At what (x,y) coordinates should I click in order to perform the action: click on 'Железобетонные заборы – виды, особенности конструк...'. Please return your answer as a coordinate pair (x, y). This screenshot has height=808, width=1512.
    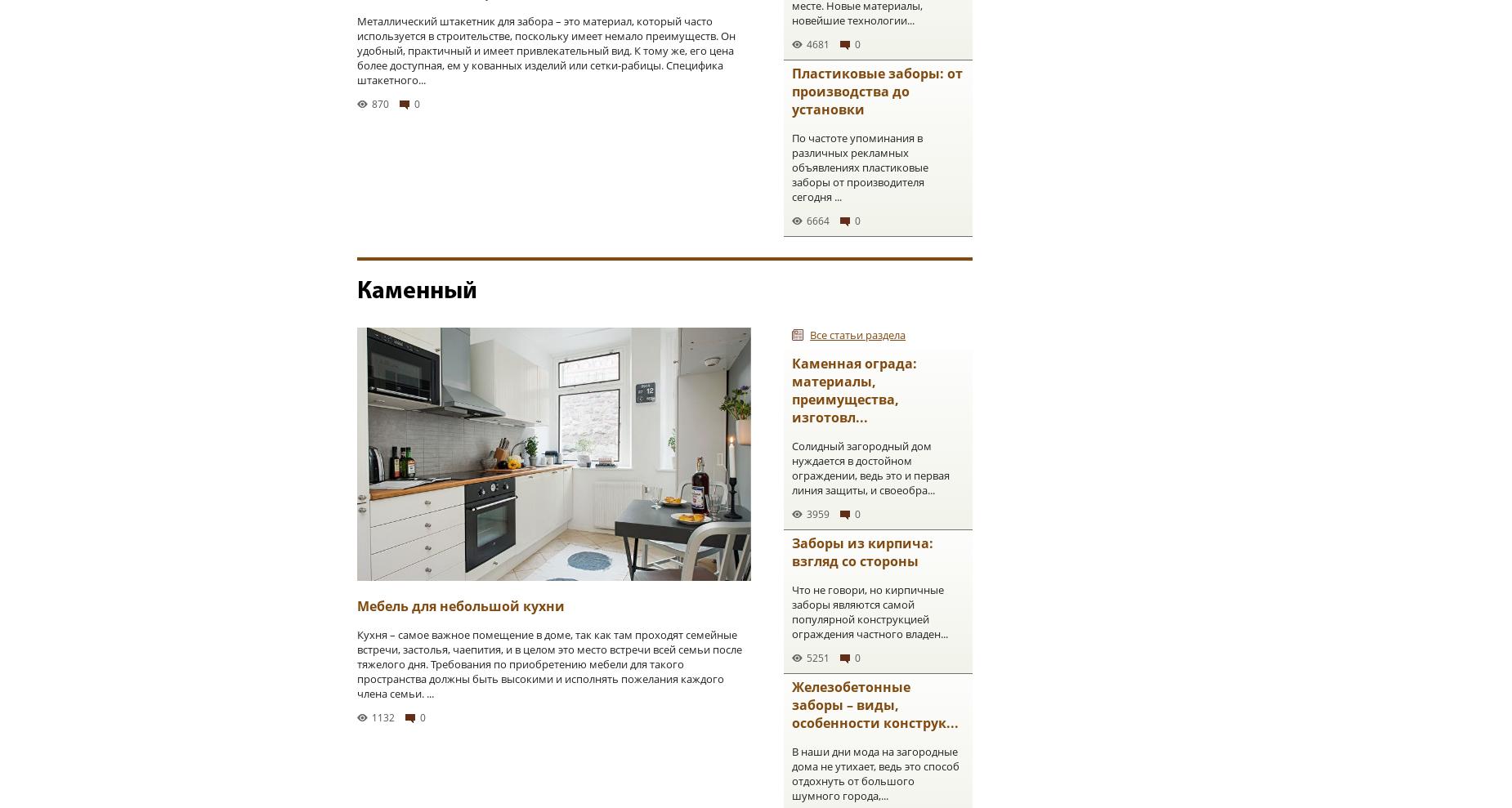
    Looking at the image, I should click on (874, 705).